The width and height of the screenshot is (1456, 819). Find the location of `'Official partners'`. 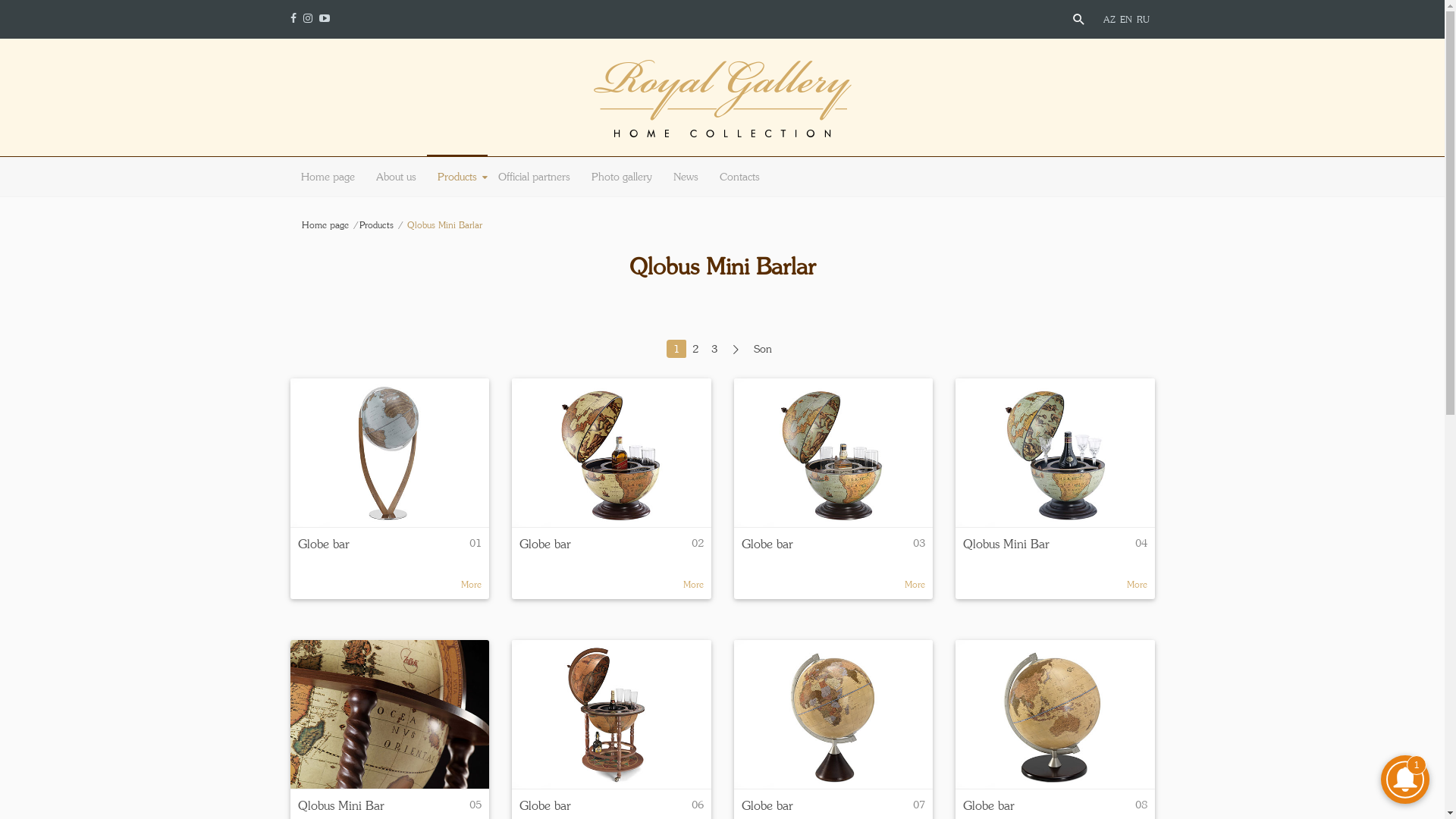

'Official partners' is located at coordinates (533, 175).